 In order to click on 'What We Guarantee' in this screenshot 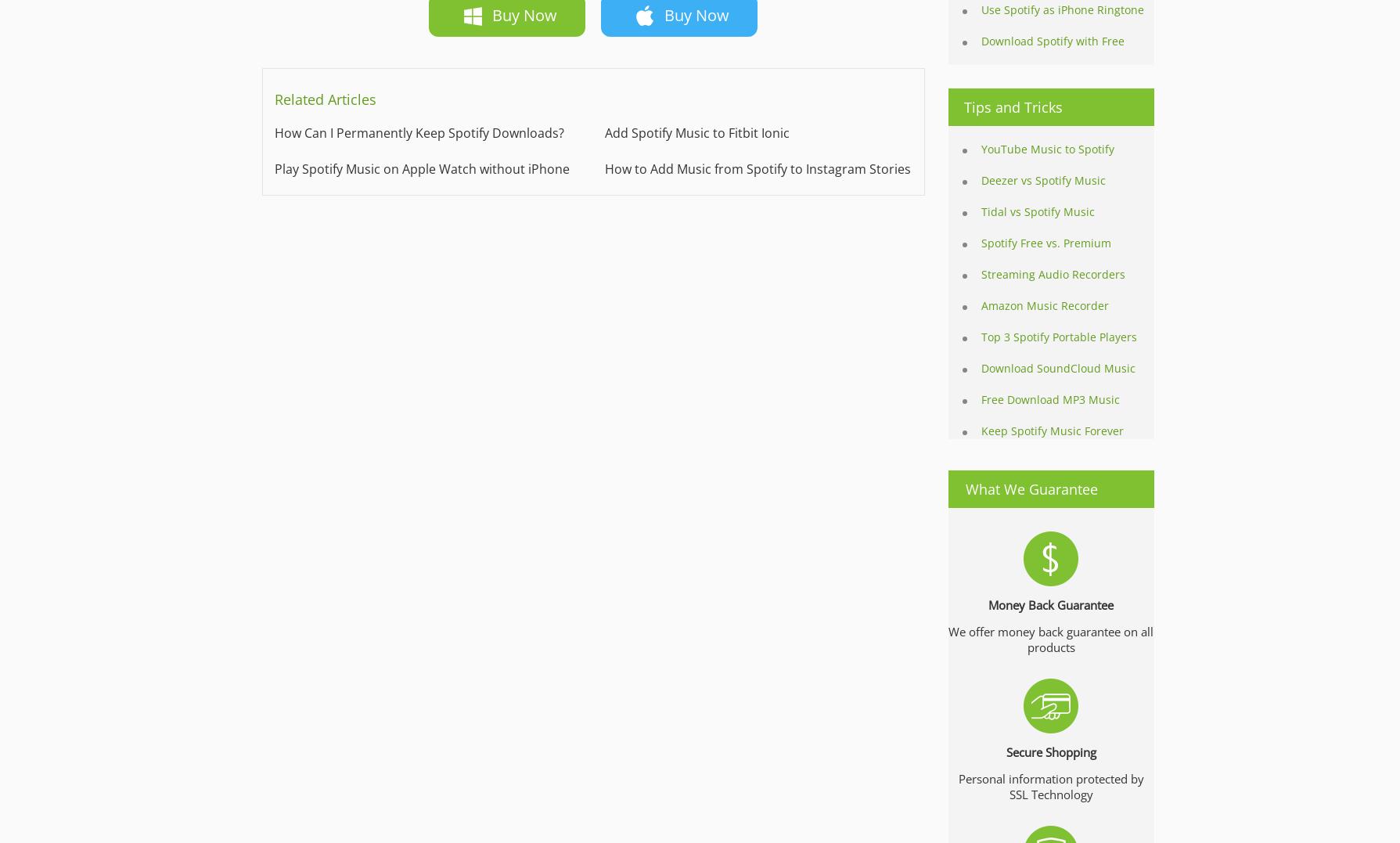, I will do `click(1031, 488)`.